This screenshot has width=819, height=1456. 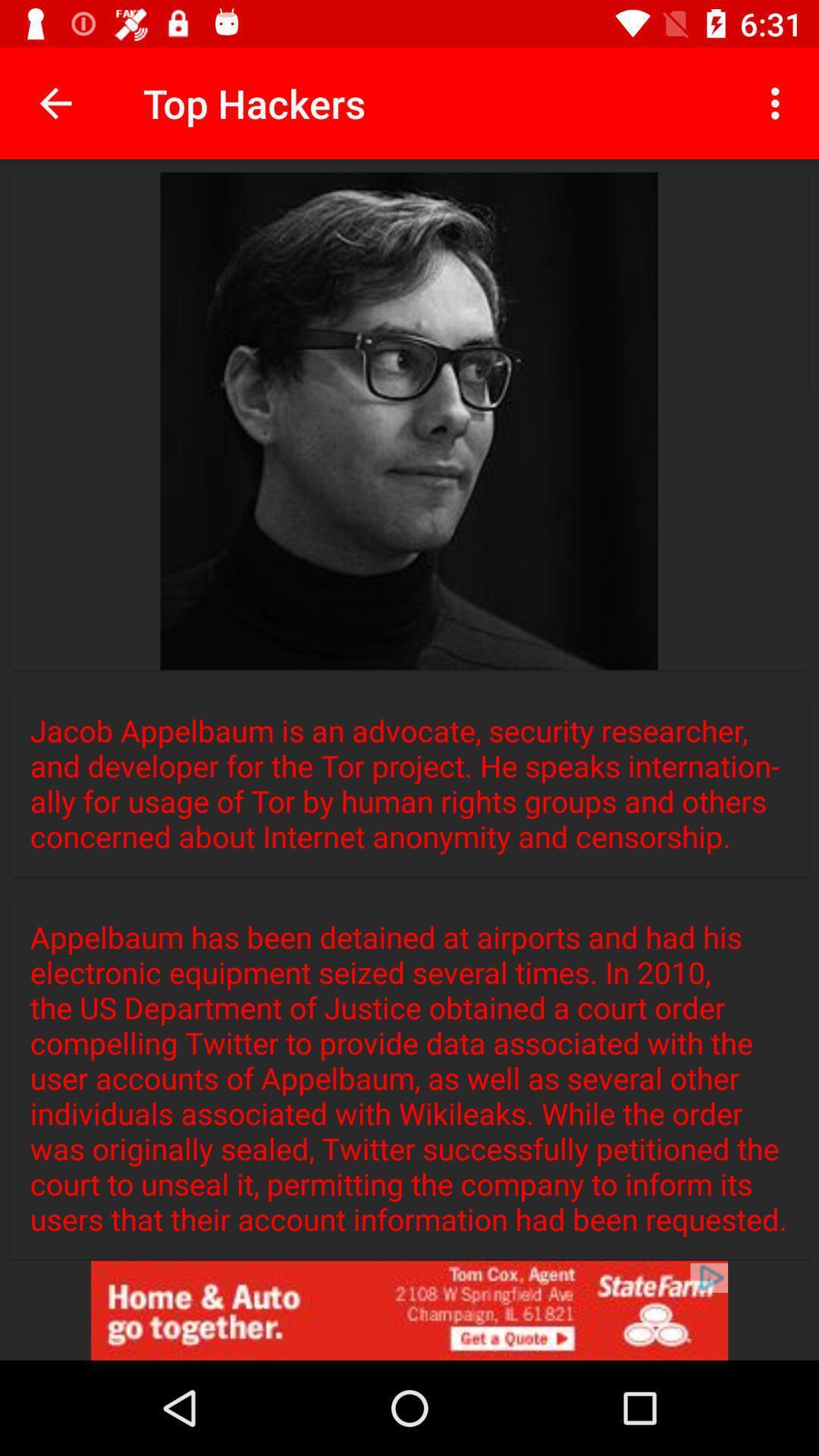 What do you see at coordinates (409, 1310) in the screenshot?
I see `link to advertisement` at bounding box center [409, 1310].